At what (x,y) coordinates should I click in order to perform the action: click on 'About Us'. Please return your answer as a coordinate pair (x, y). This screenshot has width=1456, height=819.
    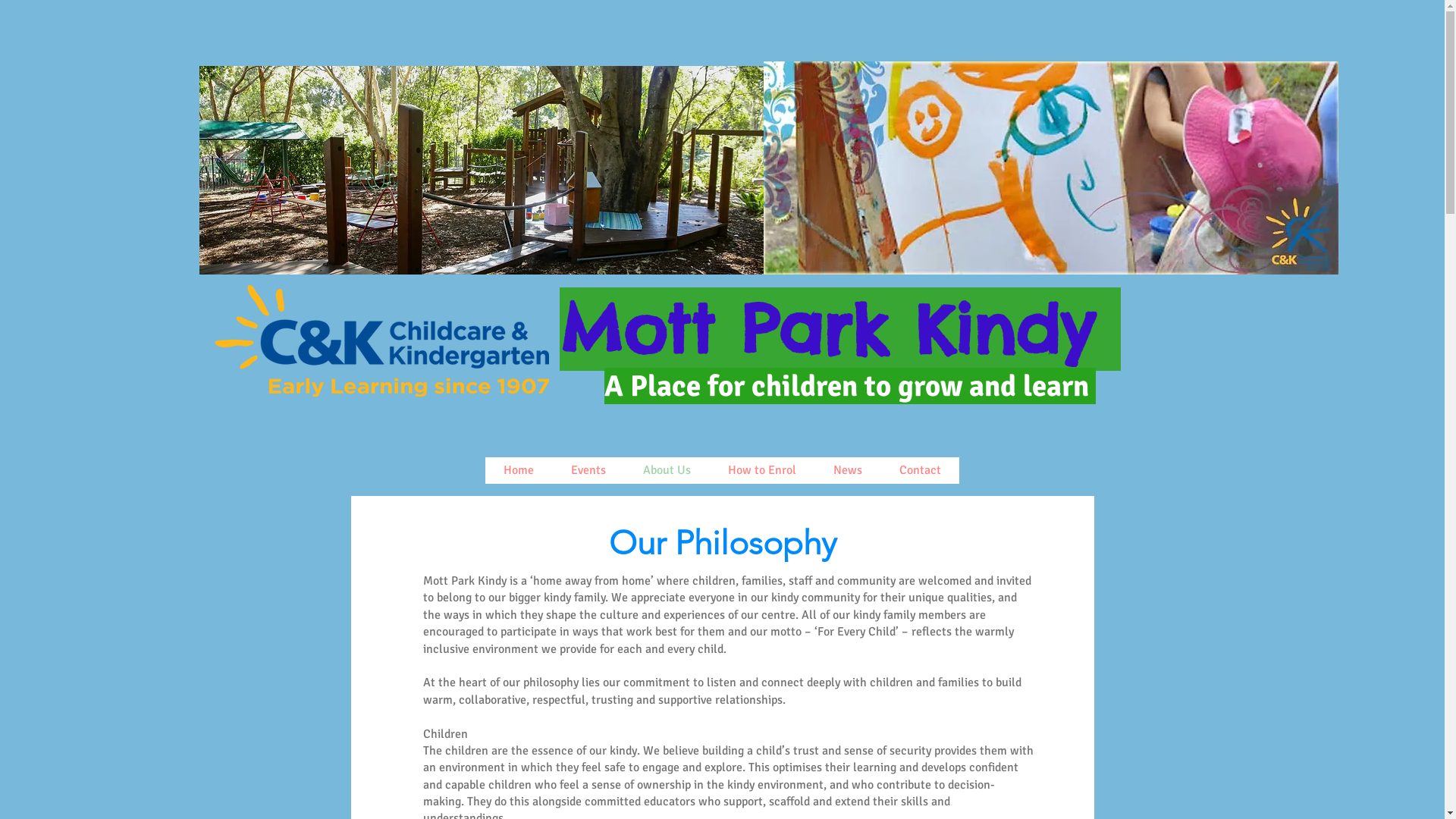
    Looking at the image, I should click on (666, 469).